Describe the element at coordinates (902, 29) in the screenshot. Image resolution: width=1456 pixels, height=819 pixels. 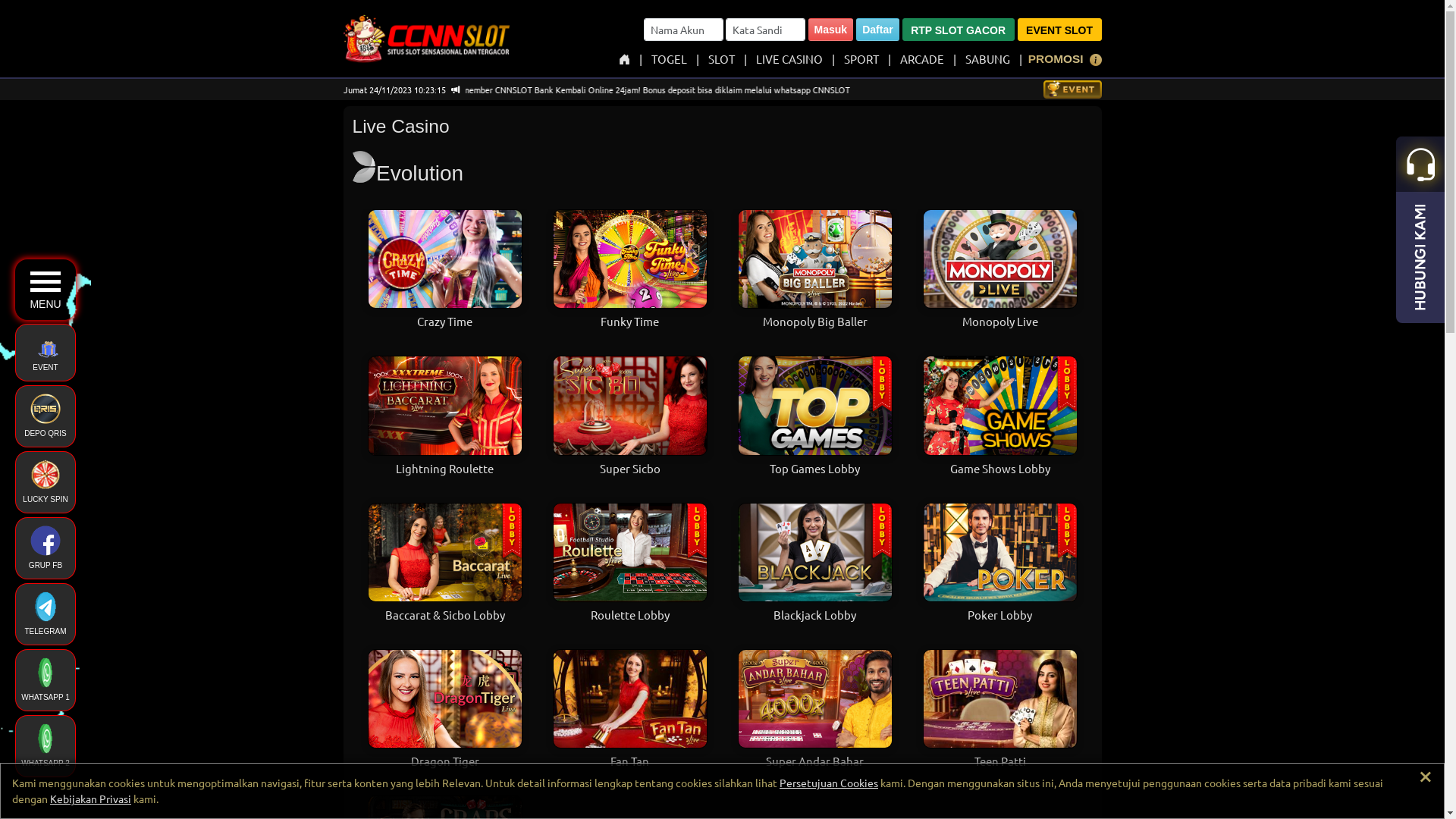
I see `'RTP SLOT GACOR'` at that location.